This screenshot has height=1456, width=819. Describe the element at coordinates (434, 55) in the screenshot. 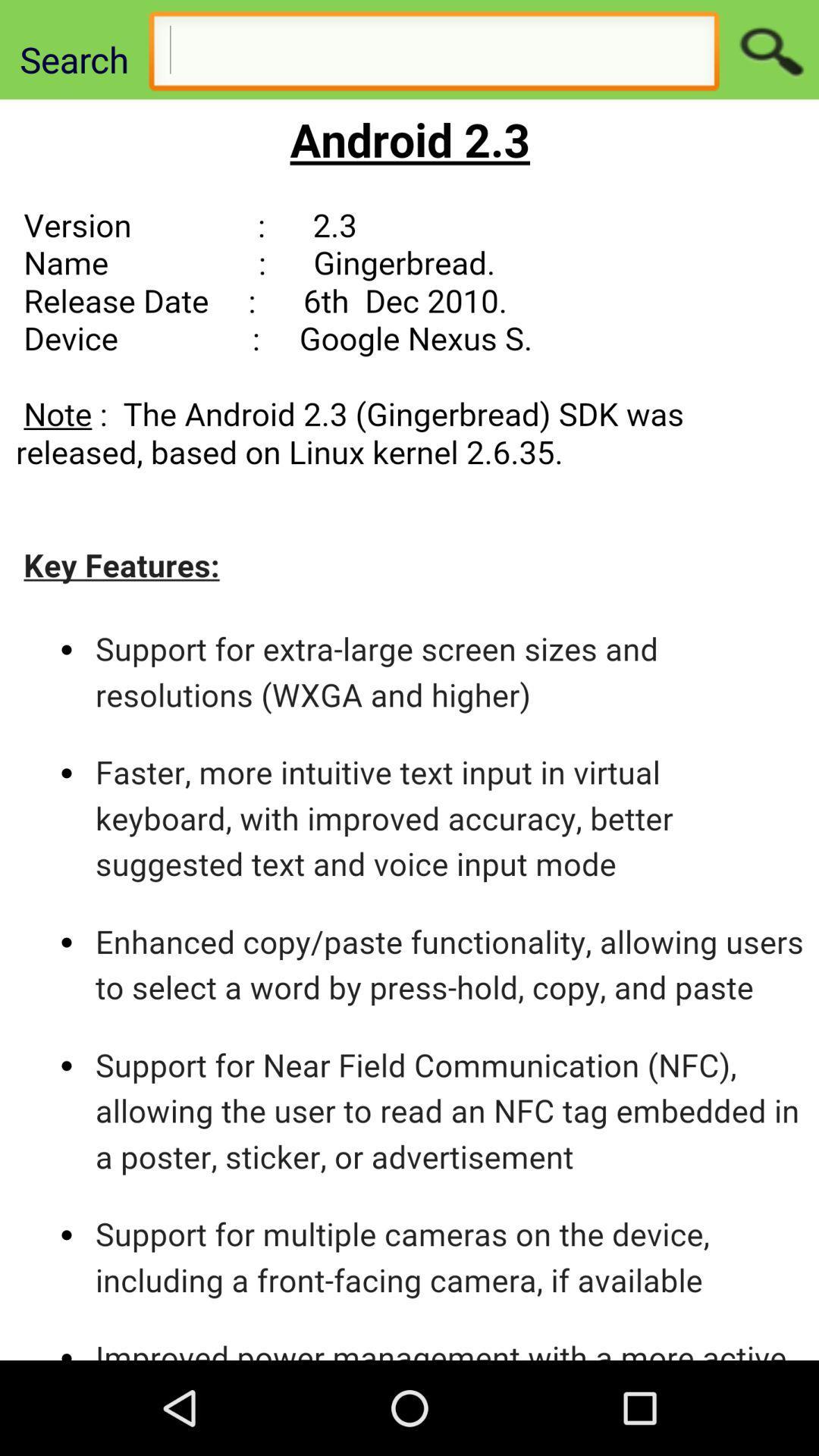

I see `search page` at that location.